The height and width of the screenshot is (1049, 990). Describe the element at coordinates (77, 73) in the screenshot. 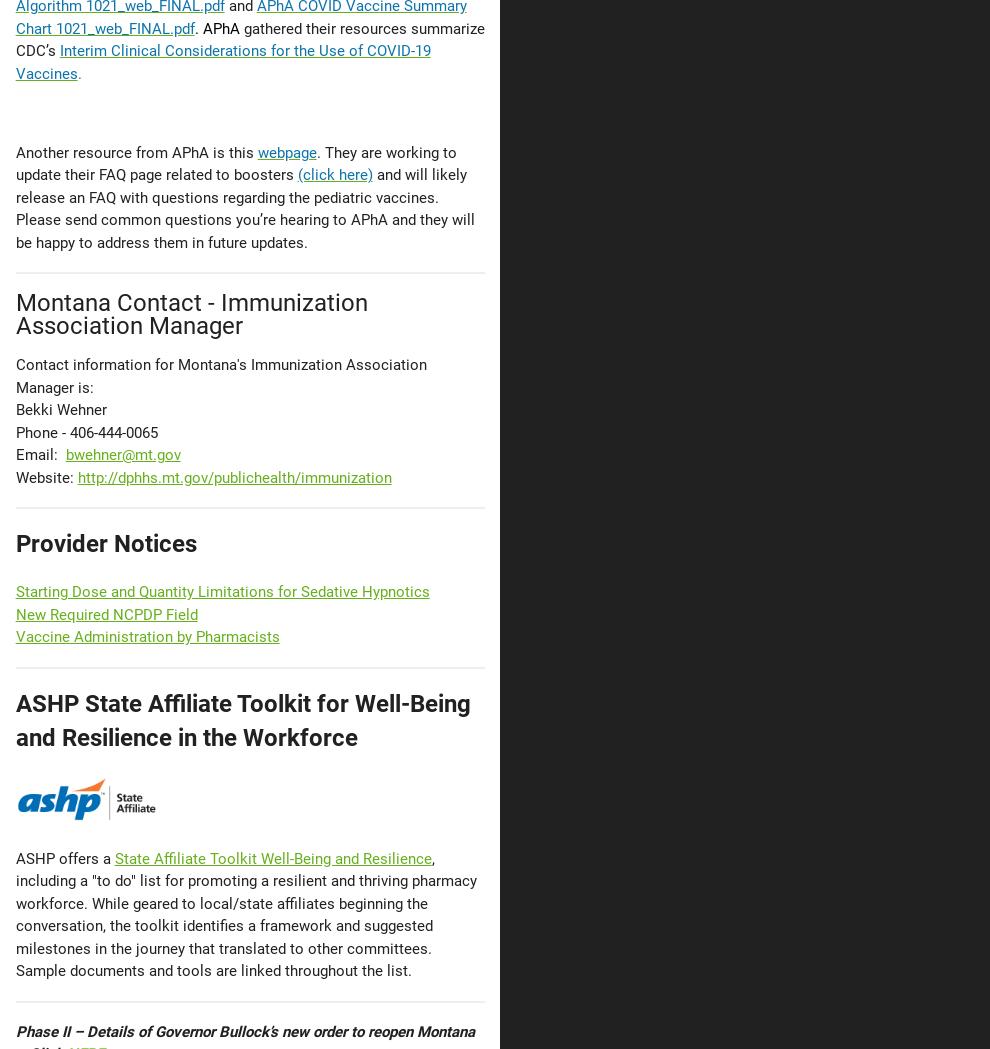

I see `'.'` at that location.